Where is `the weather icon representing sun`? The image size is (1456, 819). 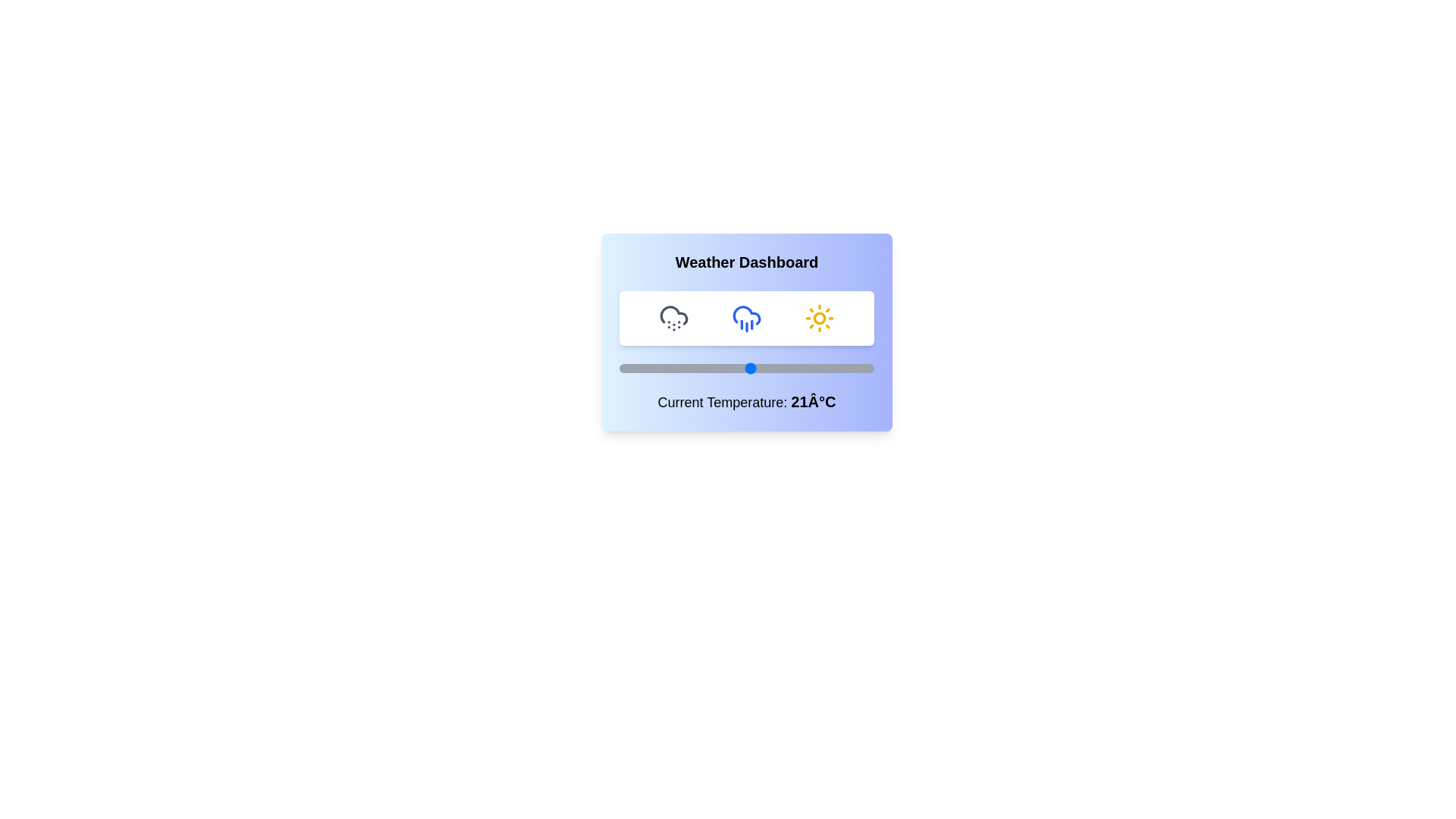
the weather icon representing sun is located at coordinates (818, 318).